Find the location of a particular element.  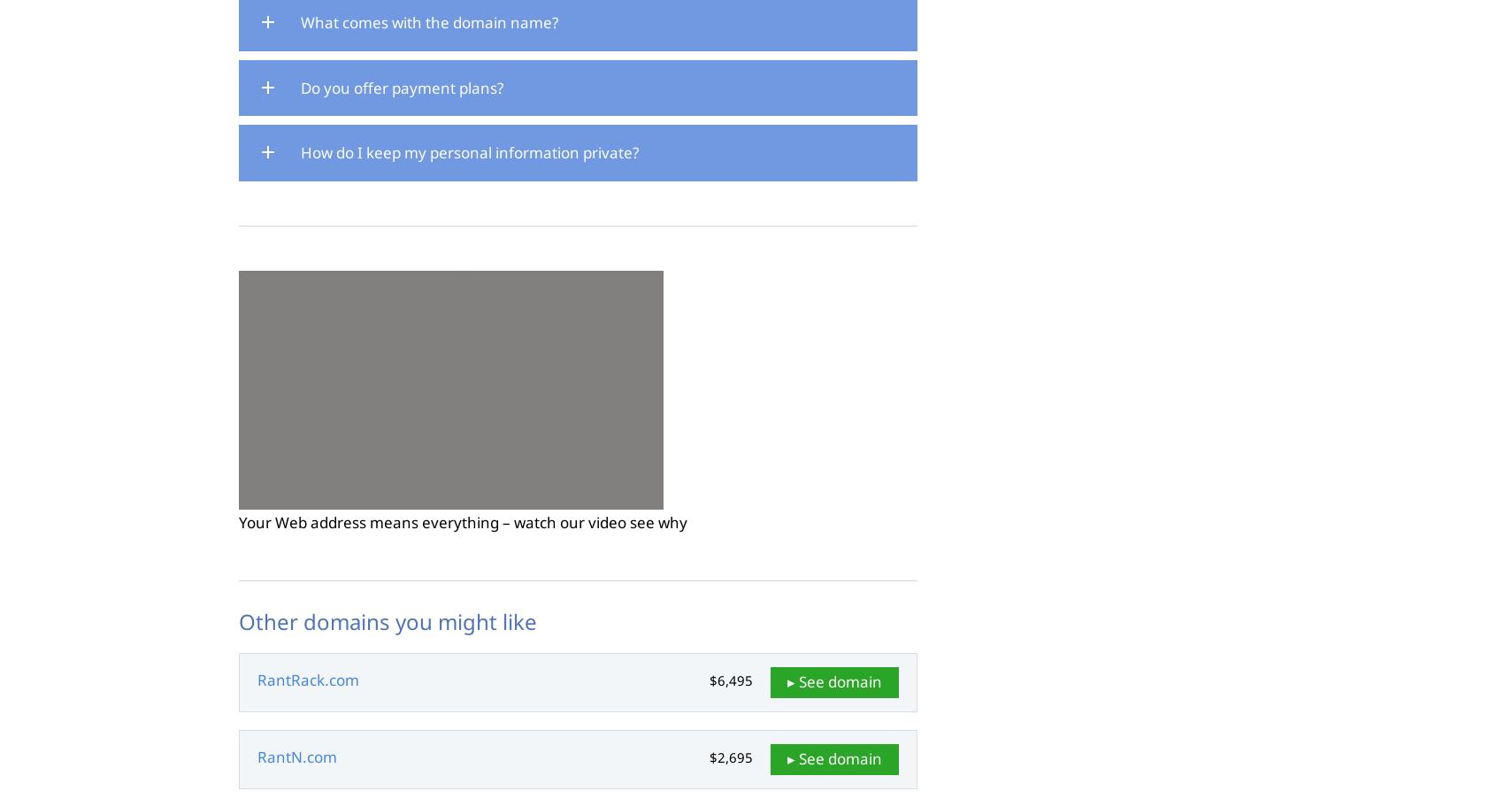

'Do you offer payment plans?' is located at coordinates (400, 87).